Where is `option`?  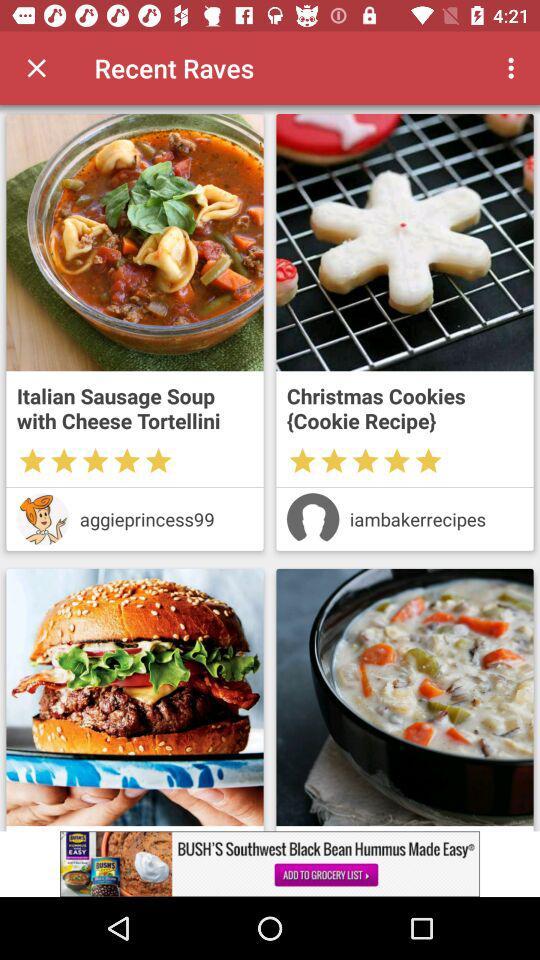
option is located at coordinates (36, 68).